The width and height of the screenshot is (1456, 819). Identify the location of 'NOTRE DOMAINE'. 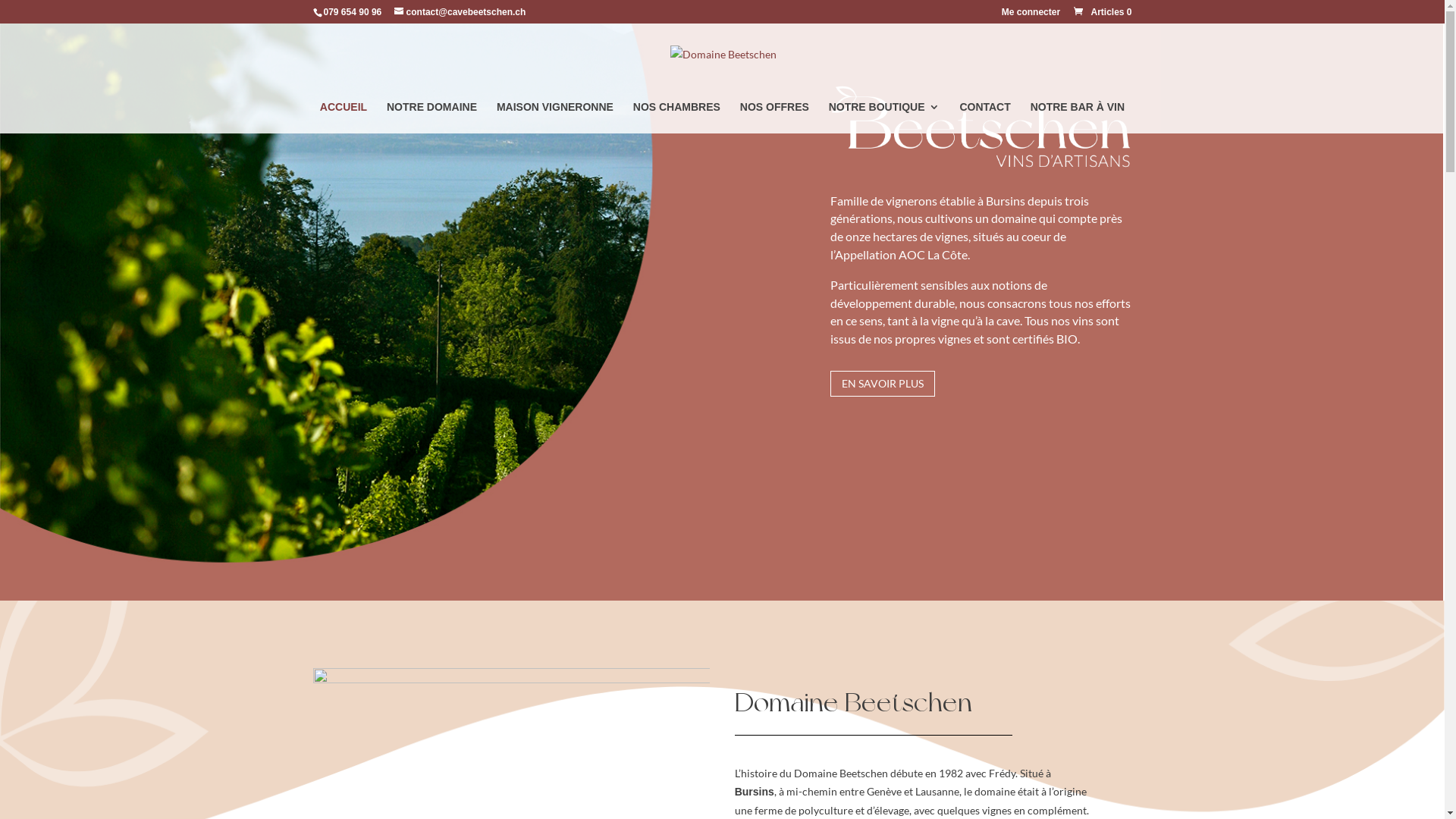
(386, 116).